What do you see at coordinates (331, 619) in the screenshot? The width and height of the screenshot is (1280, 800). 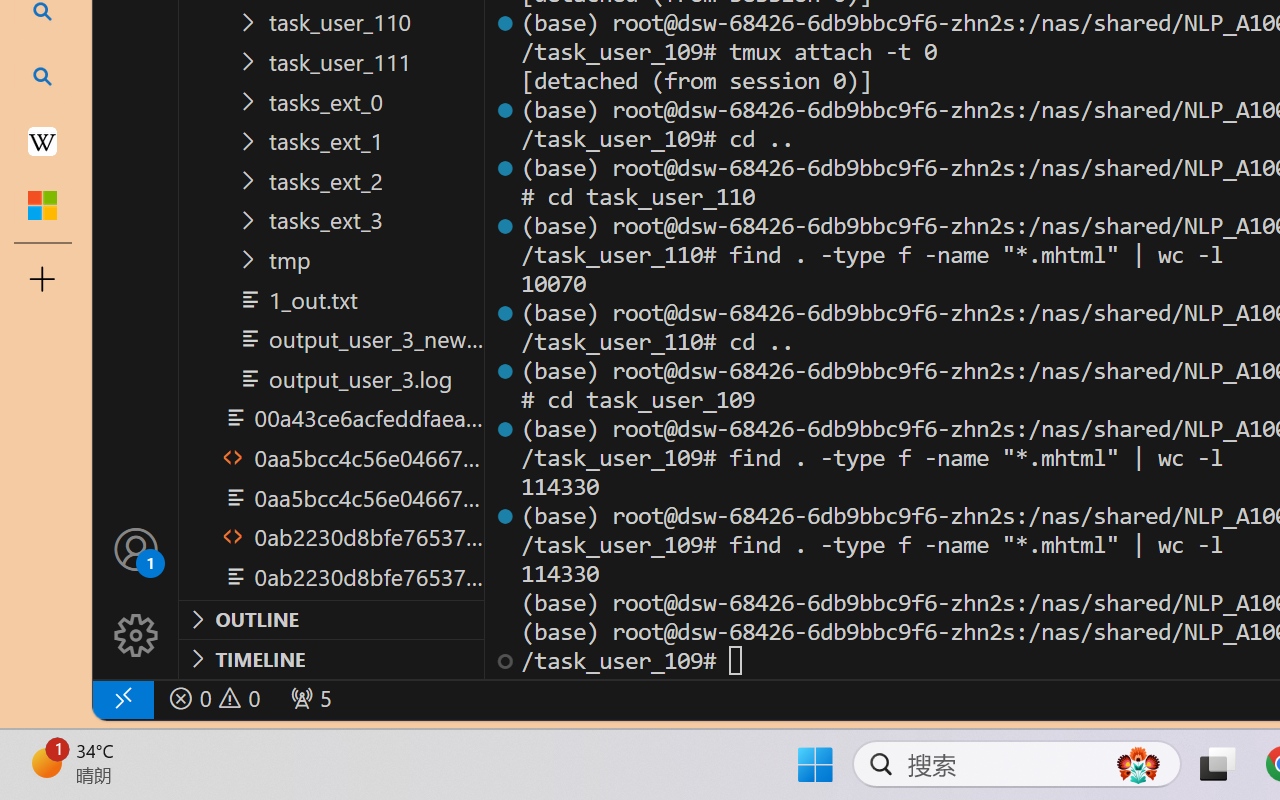 I see `'Outline Section'` at bounding box center [331, 619].